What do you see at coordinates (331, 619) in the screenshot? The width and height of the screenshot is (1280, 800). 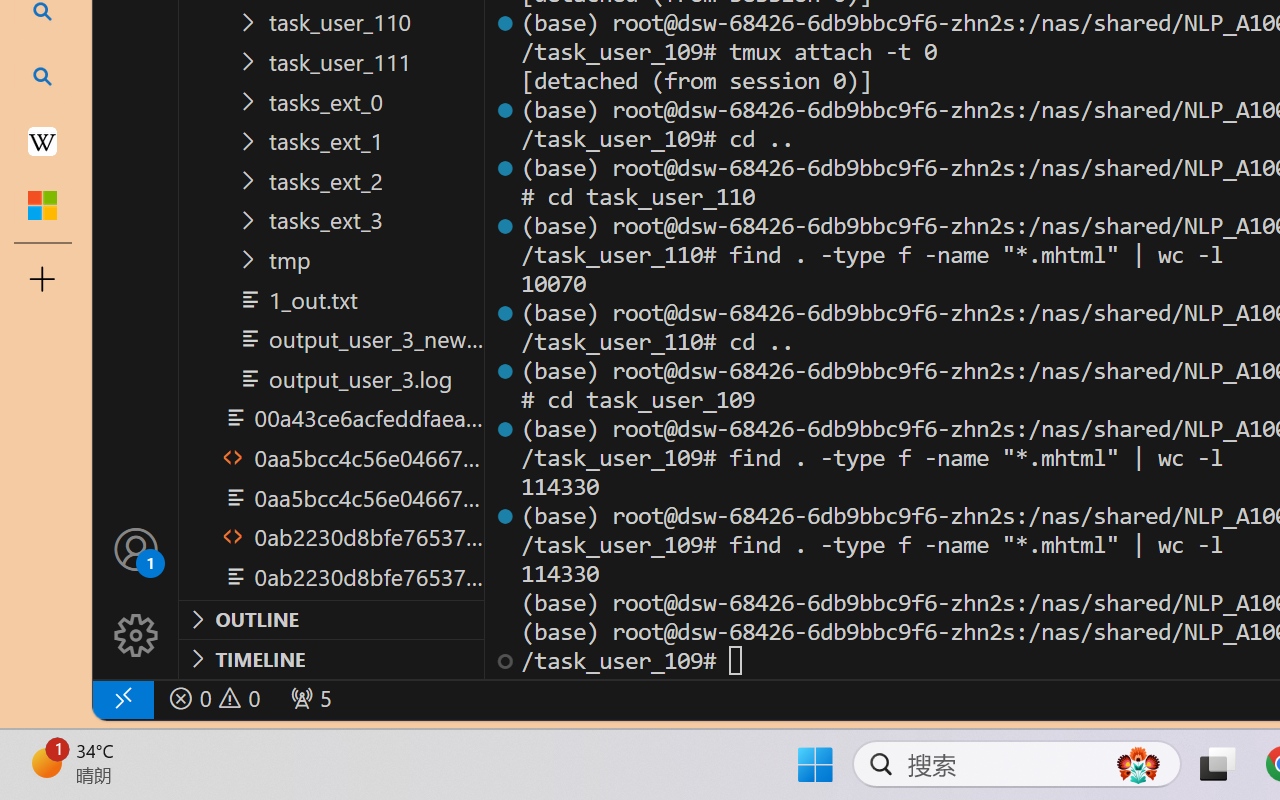 I see `'Outline Section'` at bounding box center [331, 619].